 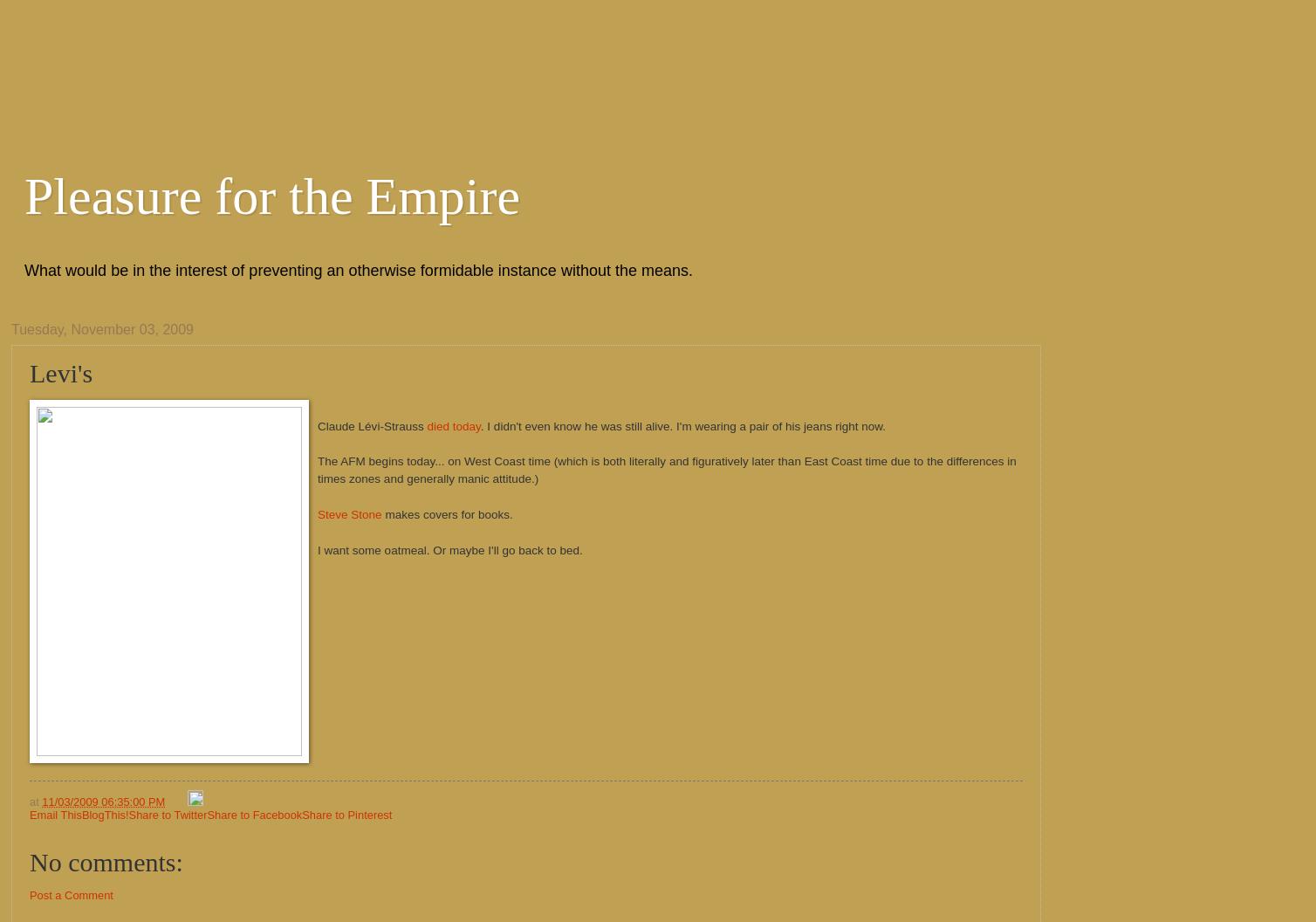 I want to click on 'Claude Lévi-Strauss', so click(x=317, y=424).